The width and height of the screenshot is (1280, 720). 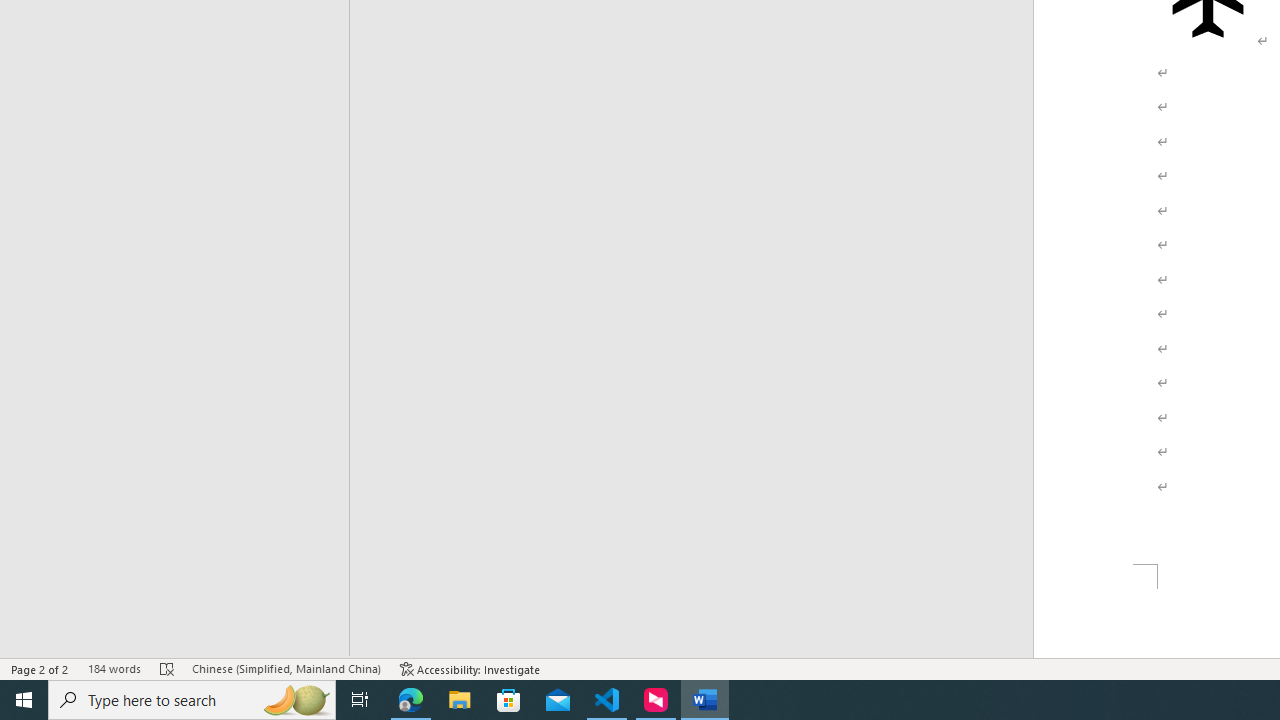 What do you see at coordinates (285, 669) in the screenshot?
I see `'Language Chinese (Simplified, Mainland China)'` at bounding box center [285, 669].